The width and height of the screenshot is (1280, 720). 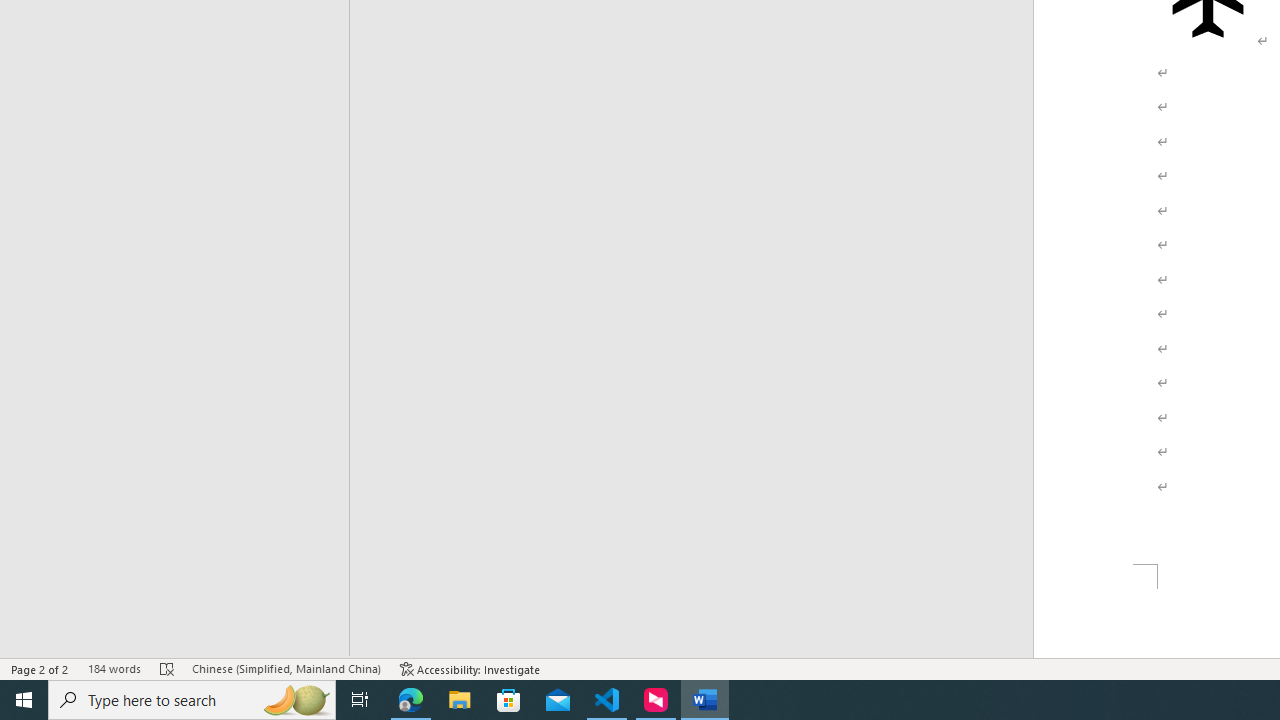 What do you see at coordinates (285, 669) in the screenshot?
I see `'Language Chinese (Simplified, Mainland China)'` at bounding box center [285, 669].